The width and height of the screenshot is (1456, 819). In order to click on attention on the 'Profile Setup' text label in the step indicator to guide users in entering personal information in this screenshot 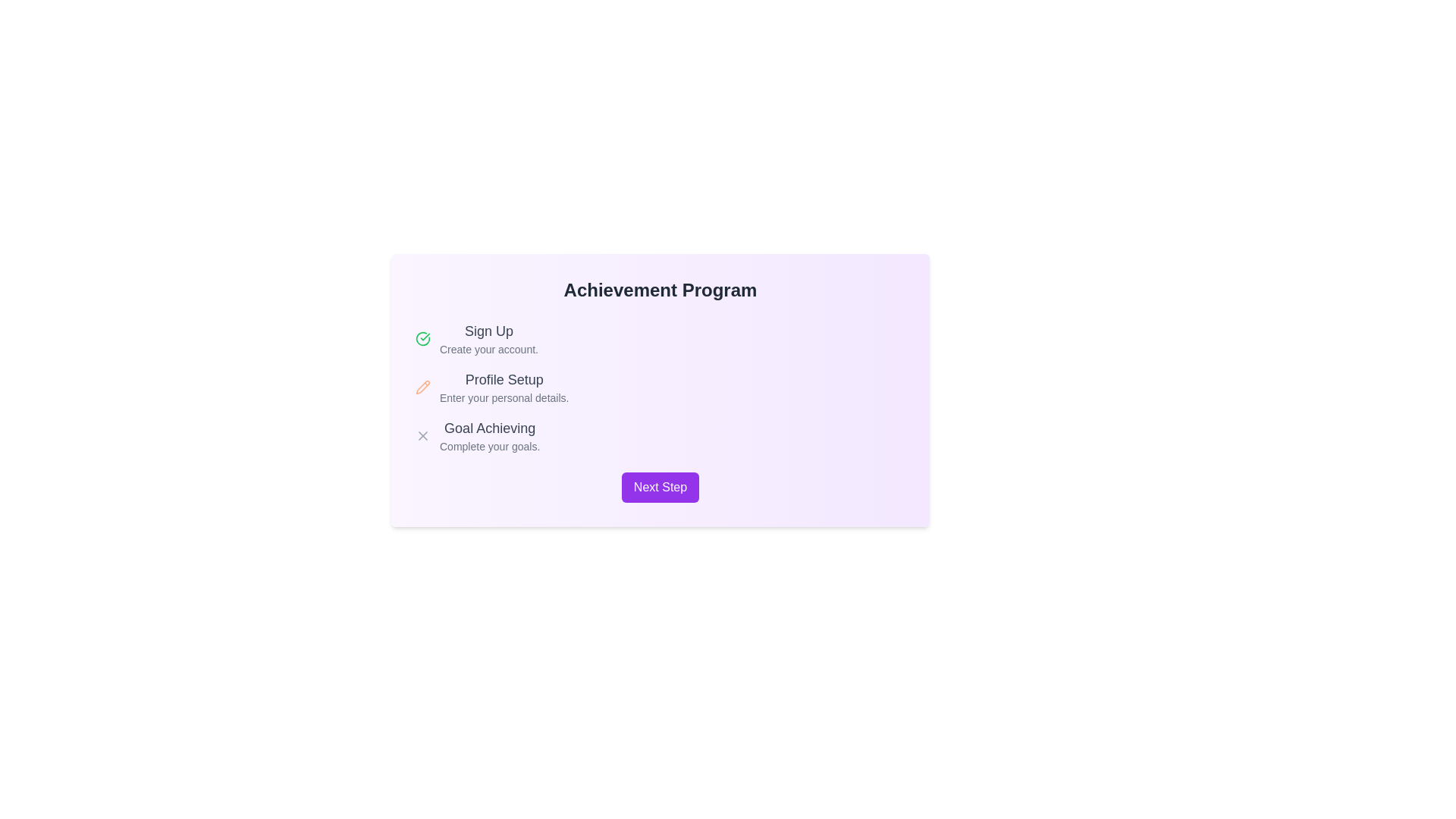, I will do `click(504, 386)`.